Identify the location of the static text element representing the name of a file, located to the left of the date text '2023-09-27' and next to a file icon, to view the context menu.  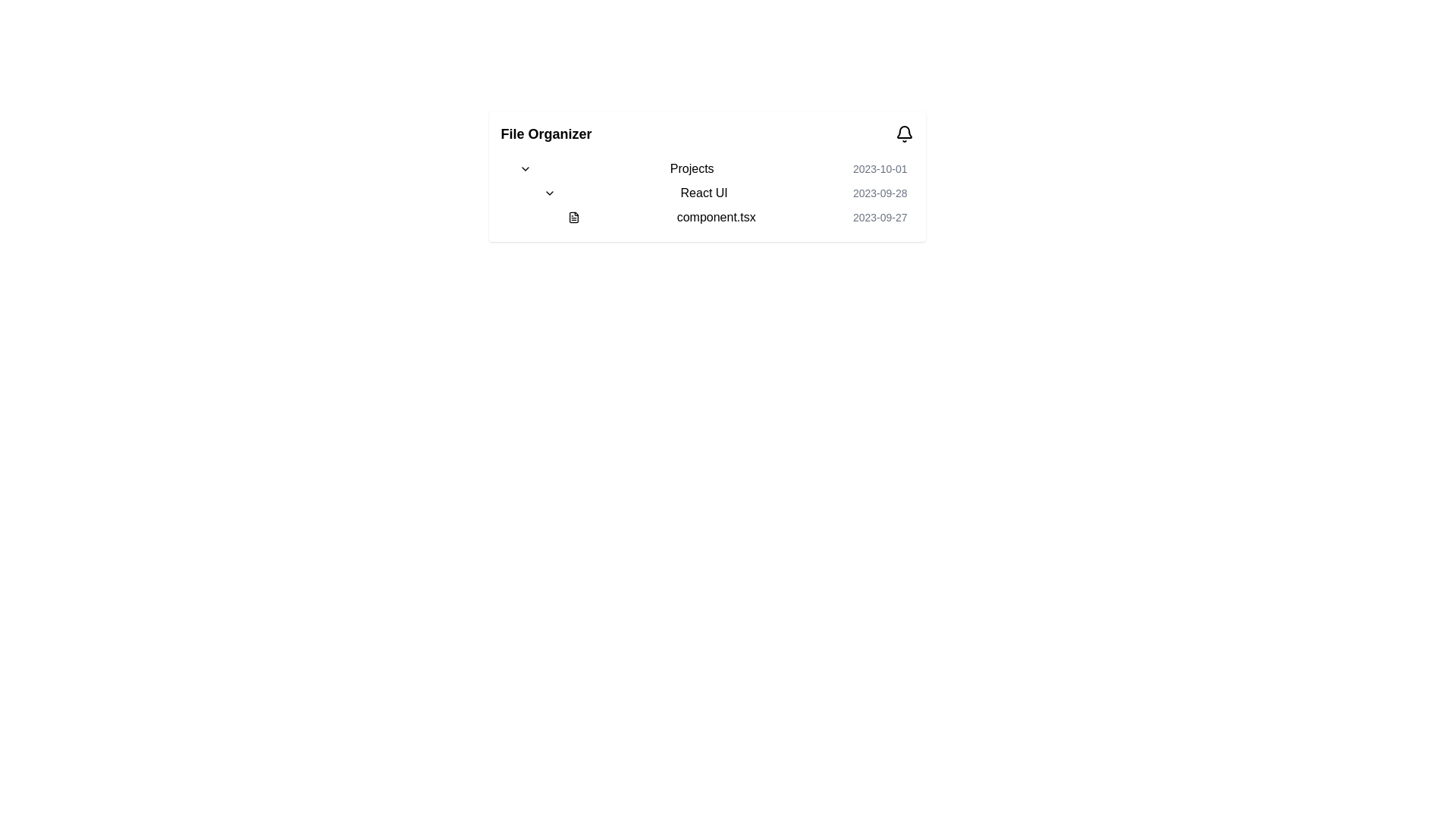
(715, 217).